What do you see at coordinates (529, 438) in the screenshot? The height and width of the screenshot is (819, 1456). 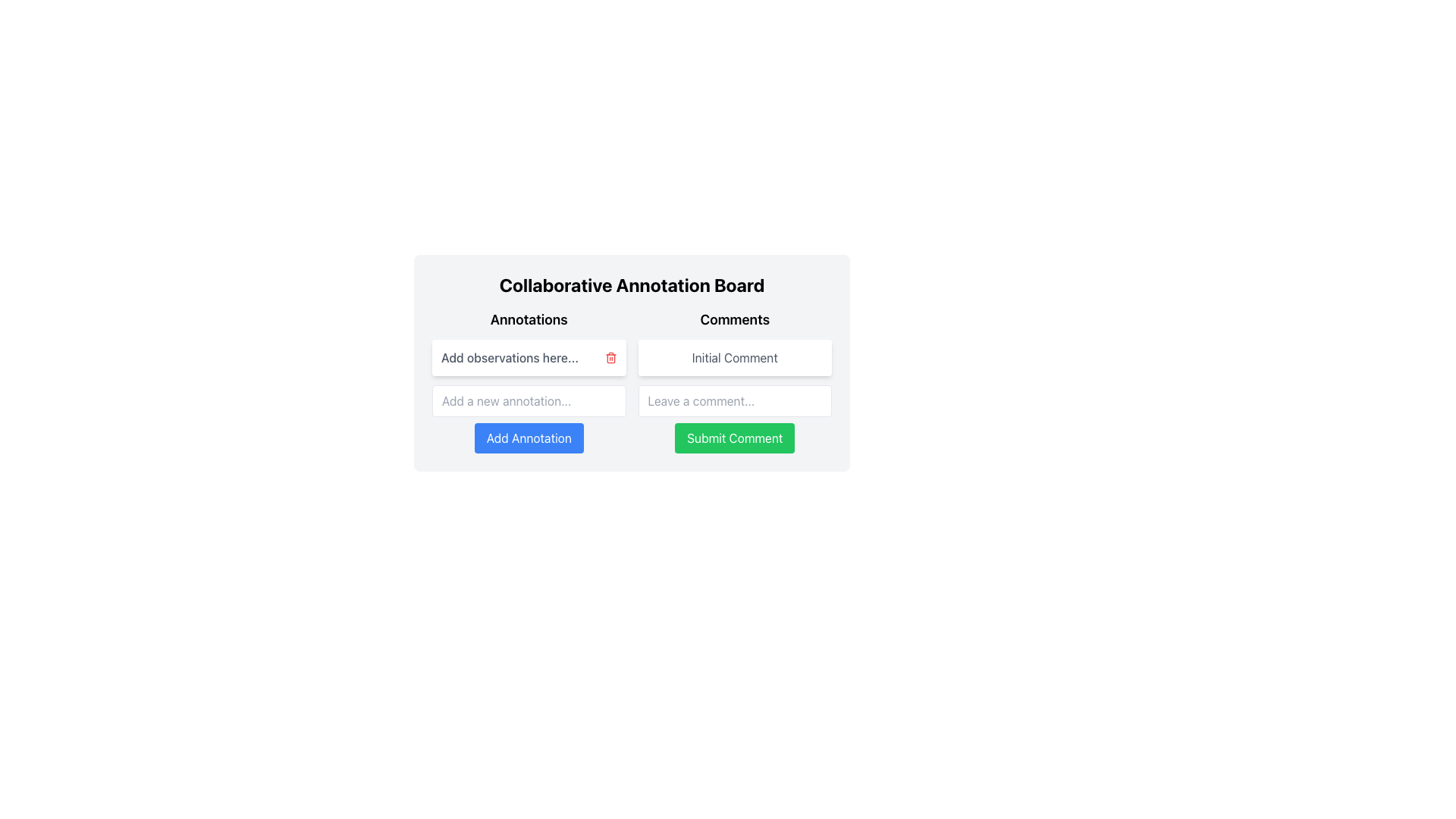 I see `the blue 'Add Annotation' button located below the text input field labeled 'Add a new annotation...' in the Annotations section` at bounding box center [529, 438].